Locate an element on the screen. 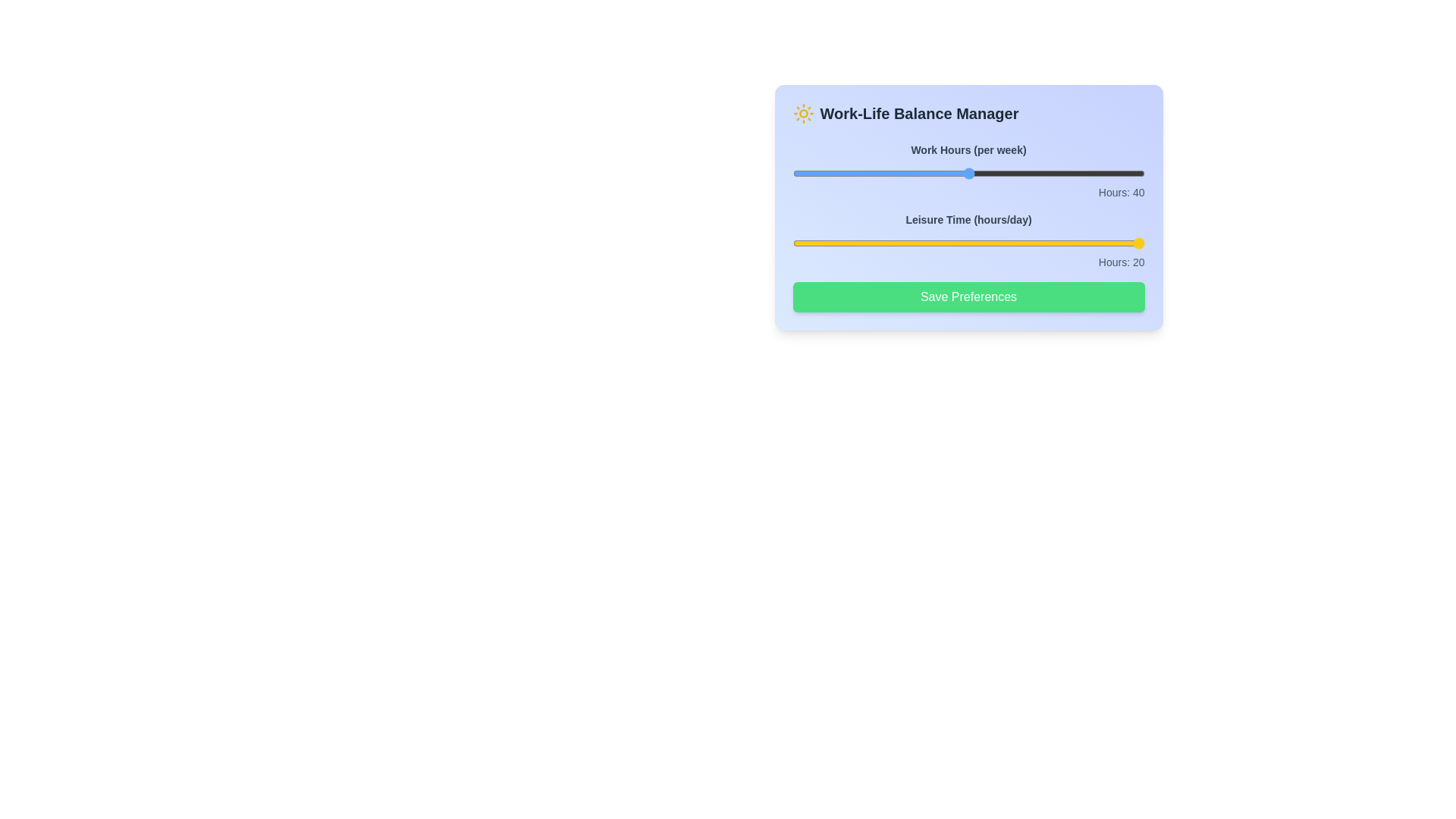 The image size is (1456, 819). 'Save Preferences' button to save the current settings is located at coordinates (968, 297).